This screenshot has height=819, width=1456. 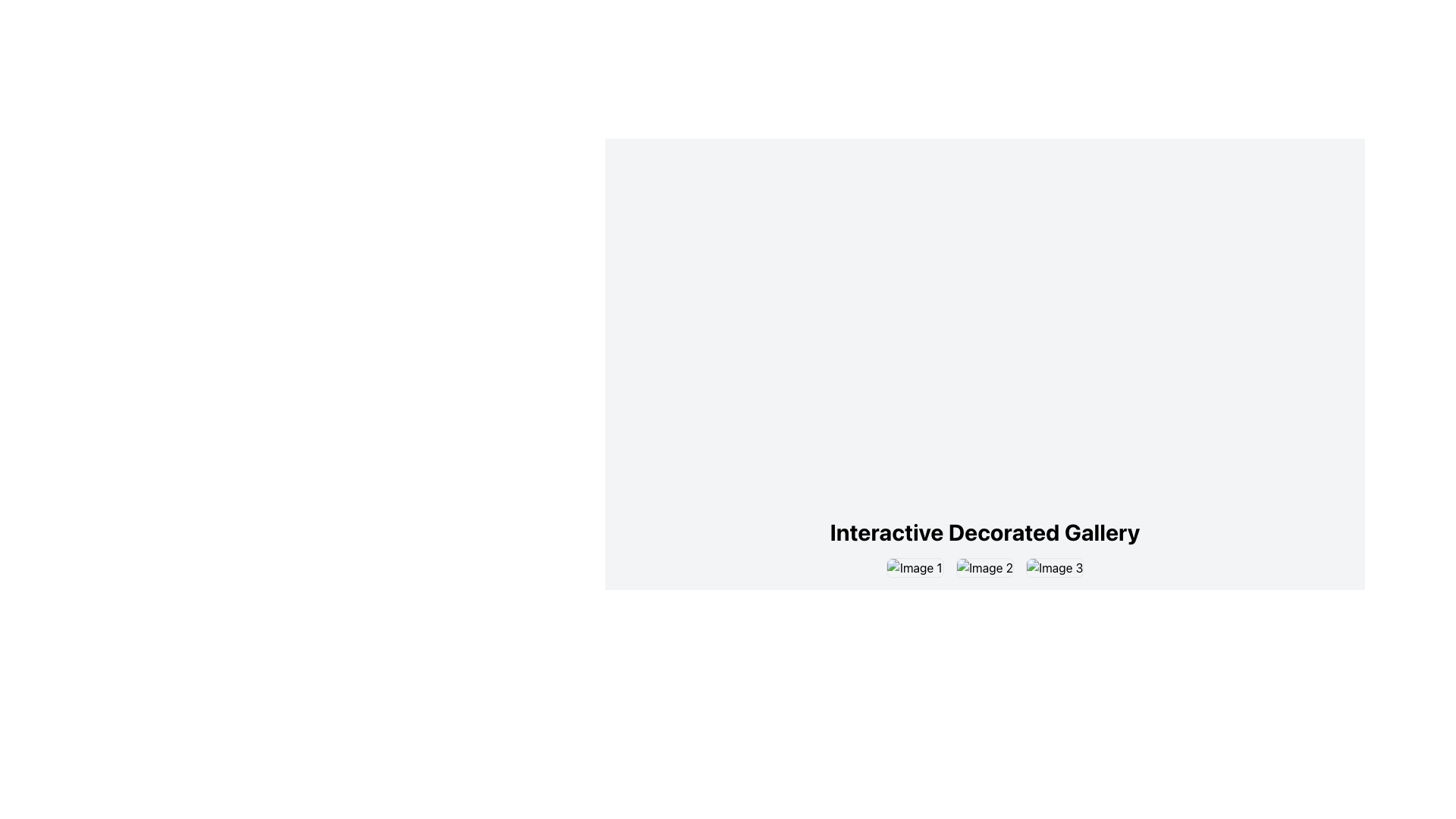 I want to click on image placeholder labeled 'Image 1' located in the 'Interactive Decorated Gallery' section, so click(x=914, y=567).